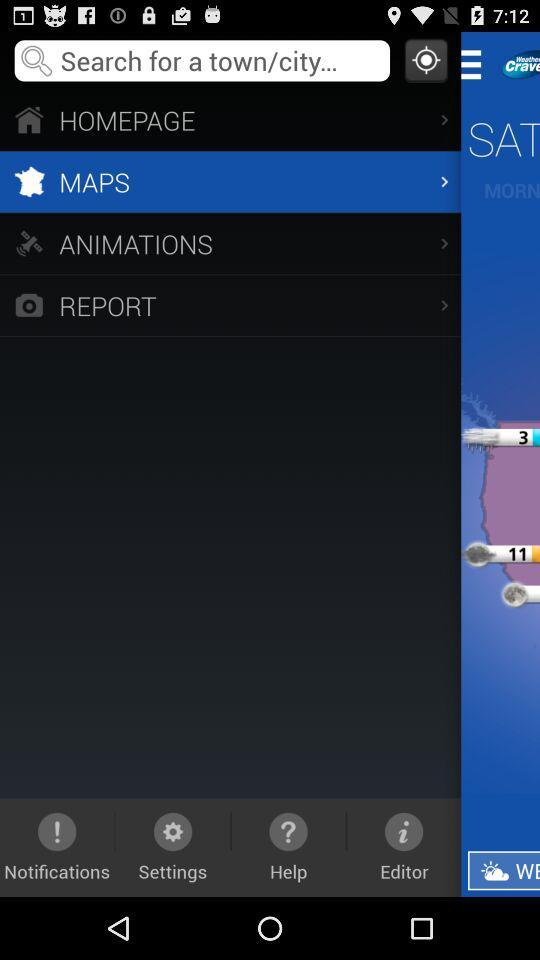  I want to click on animations, so click(229, 242).